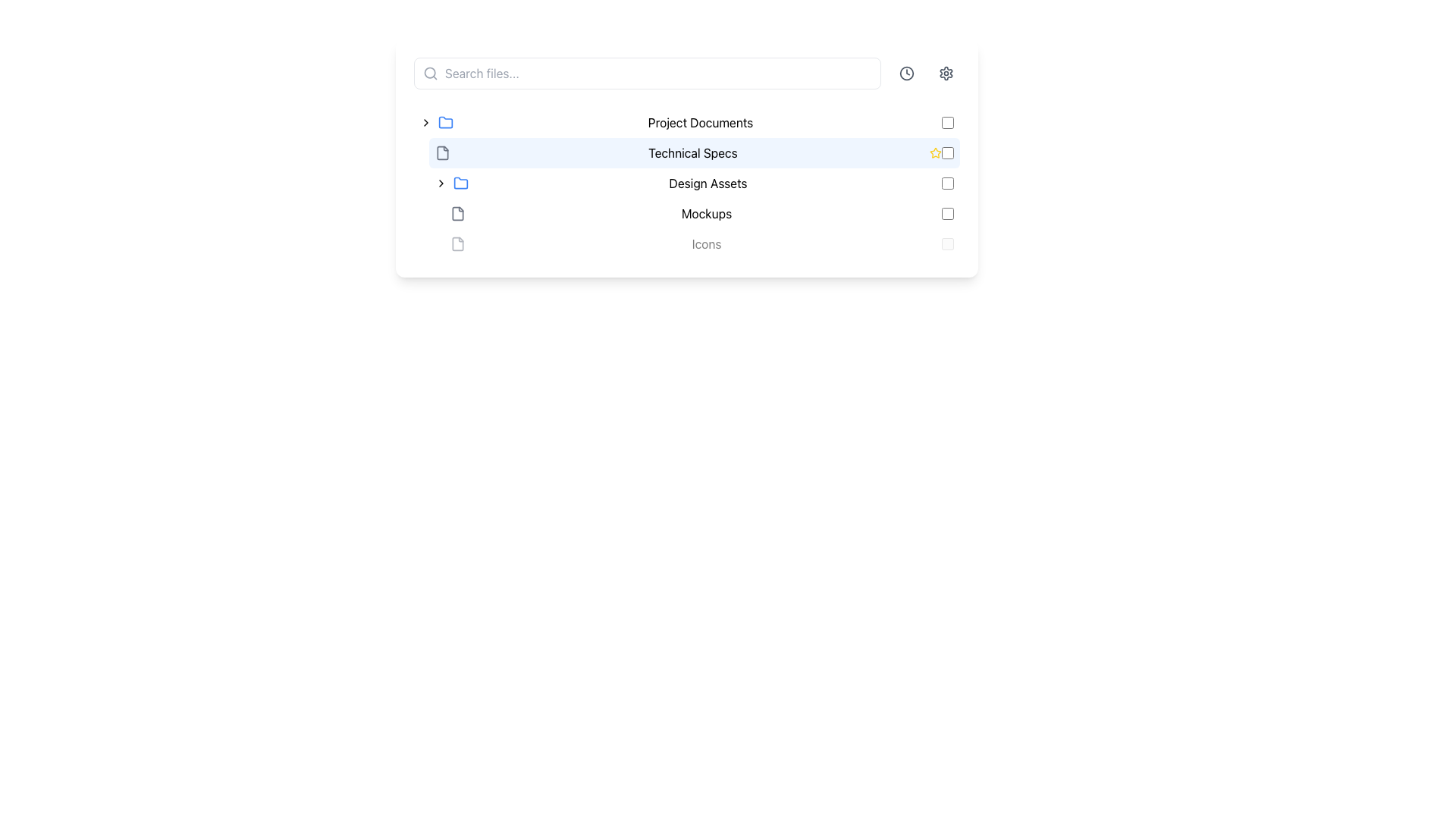  What do you see at coordinates (705, 243) in the screenshot?
I see `the text label displaying 'Icons' to trigger a tooltip or highlight` at bounding box center [705, 243].